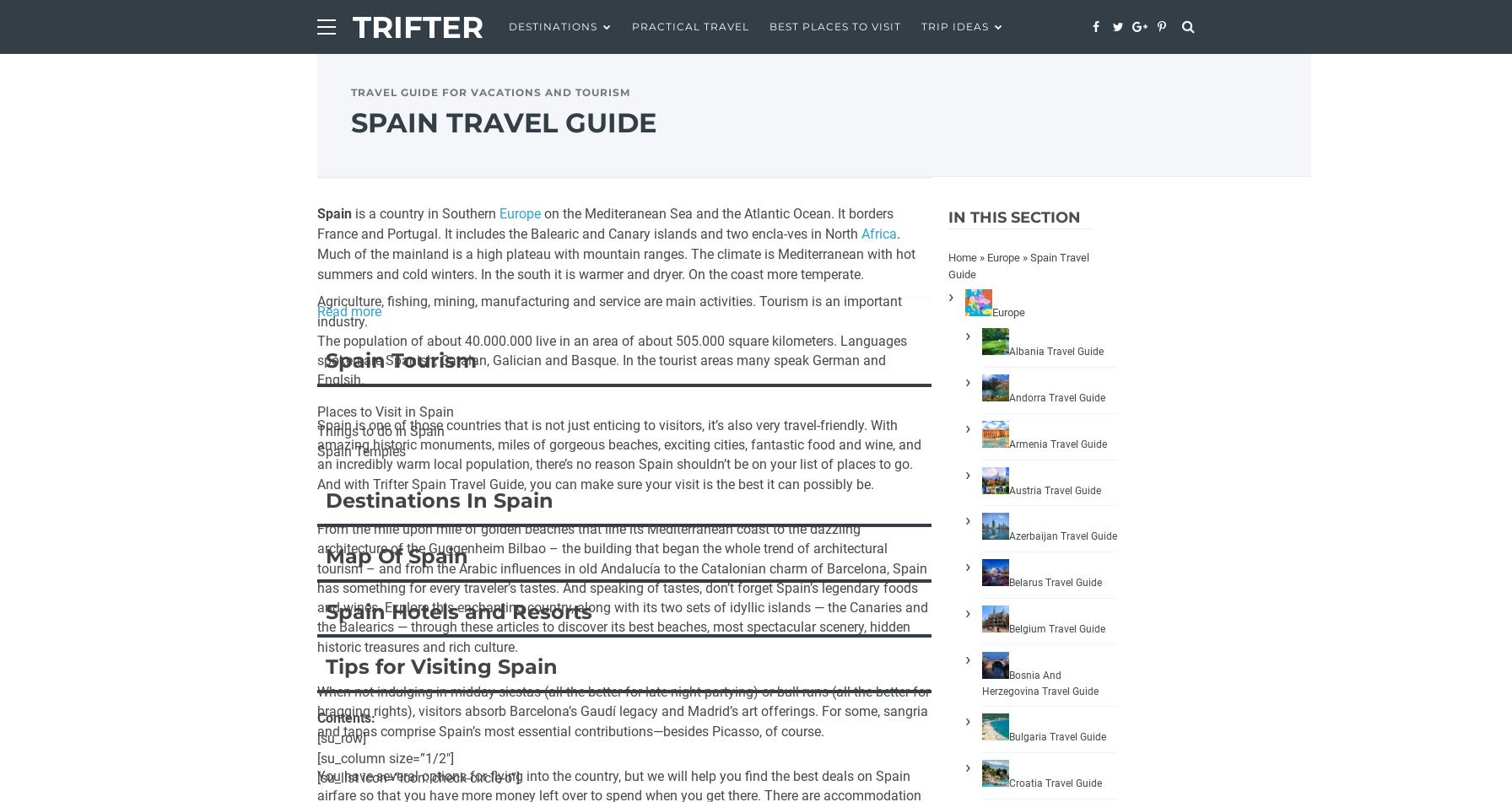  Describe the element at coordinates (316, 410) in the screenshot. I see `'Places to Visit in Spain'` at that location.